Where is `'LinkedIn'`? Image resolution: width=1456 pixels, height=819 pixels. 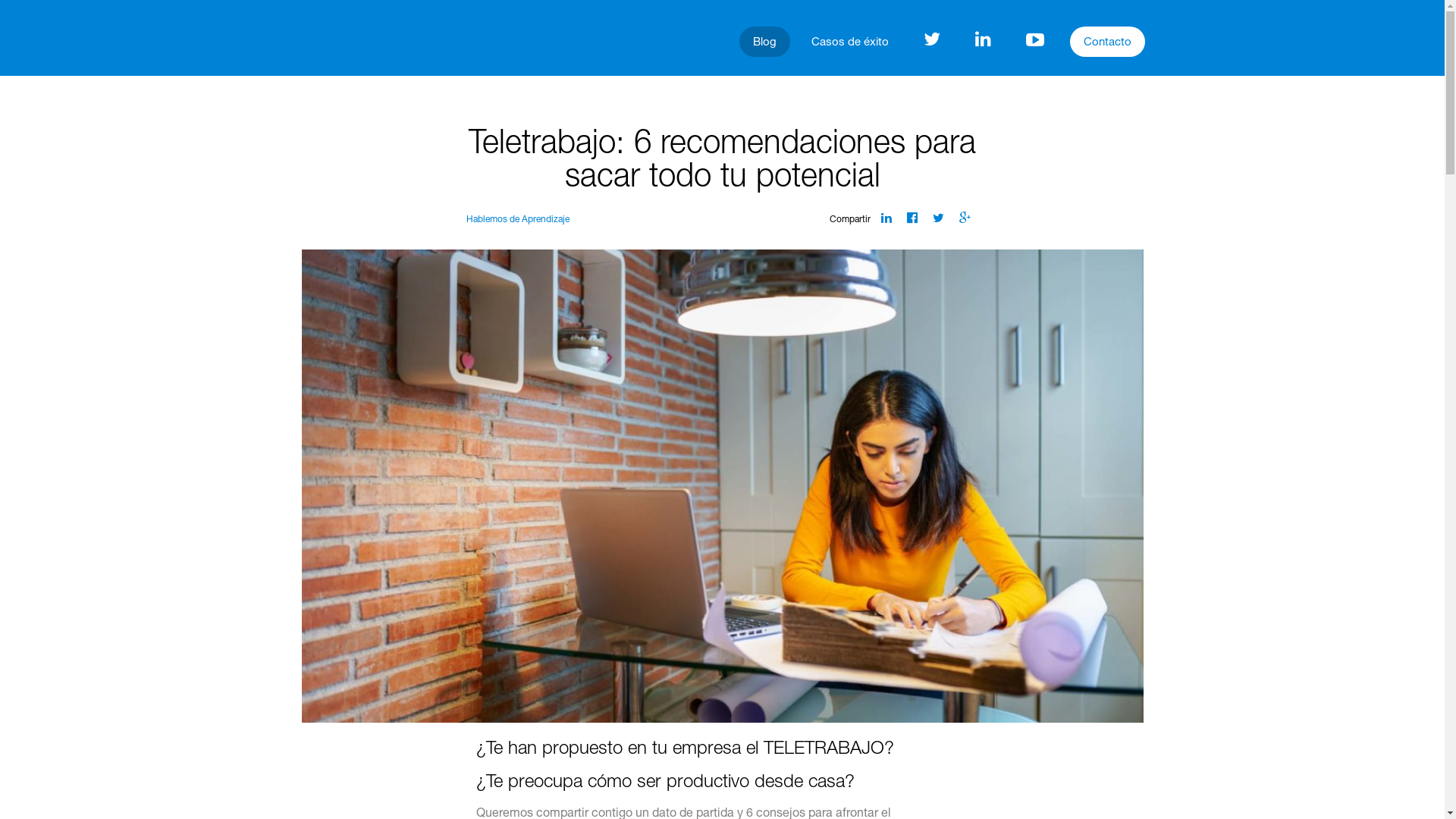
'LinkedIn' is located at coordinates (880, 218).